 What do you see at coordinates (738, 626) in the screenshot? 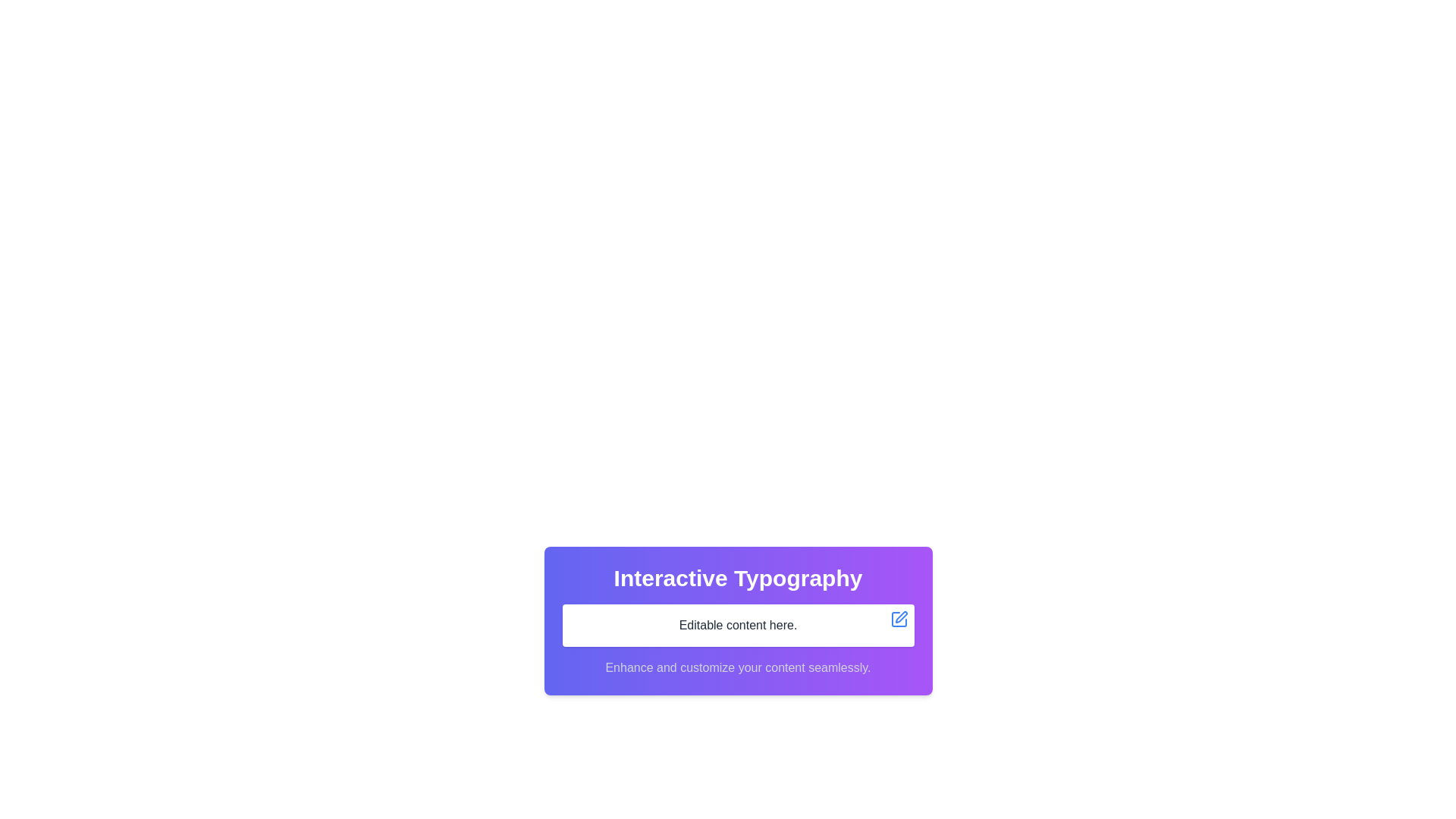
I see `on the Text Display/Editor element which shows 'Editable content here.'` at bounding box center [738, 626].